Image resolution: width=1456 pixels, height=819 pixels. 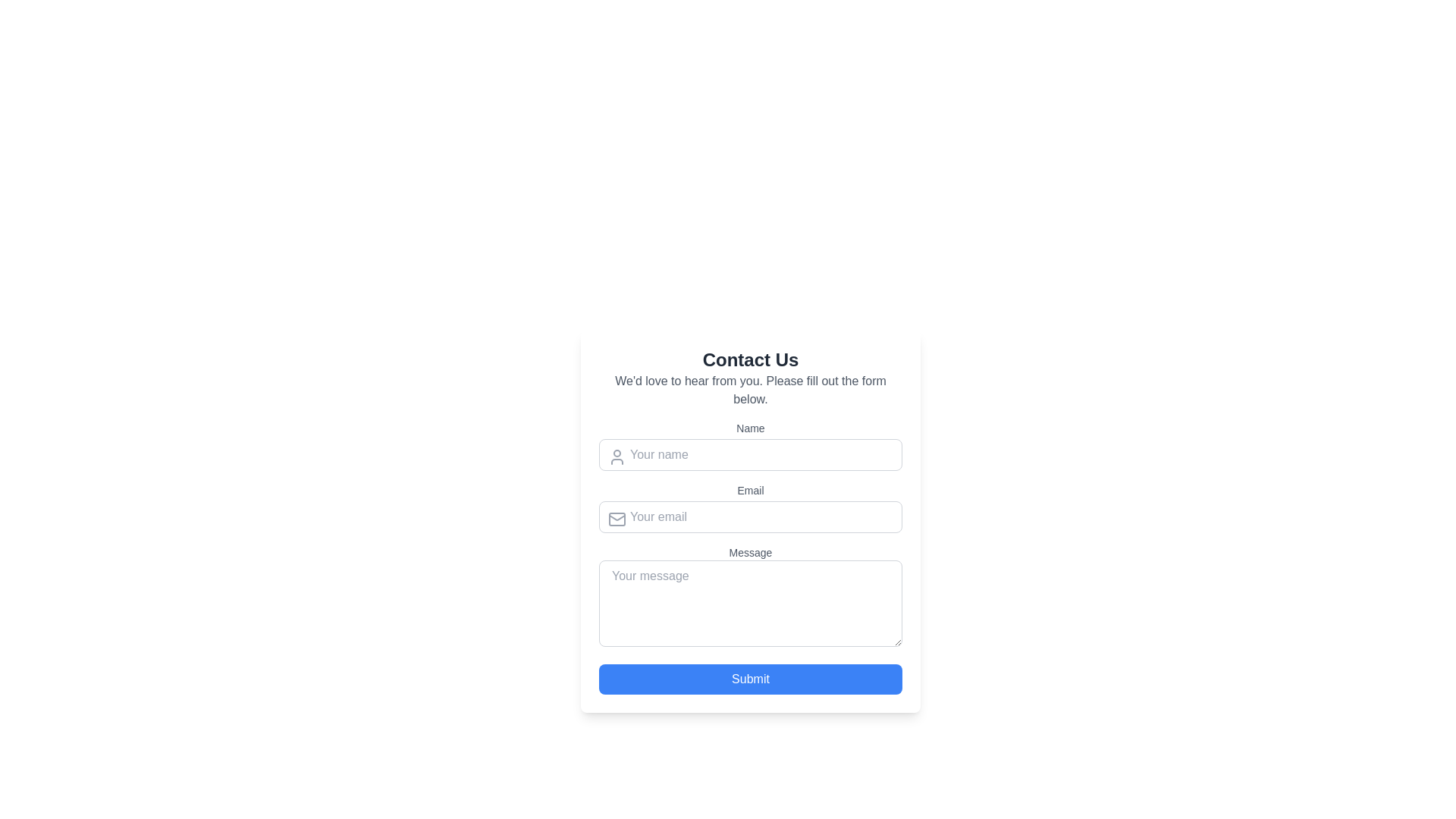 What do you see at coordinates (750, 508) in the screenshot?
I see `the email address input field, which is located directly below the 'Name' field and above the 'Message' field in the form, centrally positioned within the interface` at bounding box center [750, 508].